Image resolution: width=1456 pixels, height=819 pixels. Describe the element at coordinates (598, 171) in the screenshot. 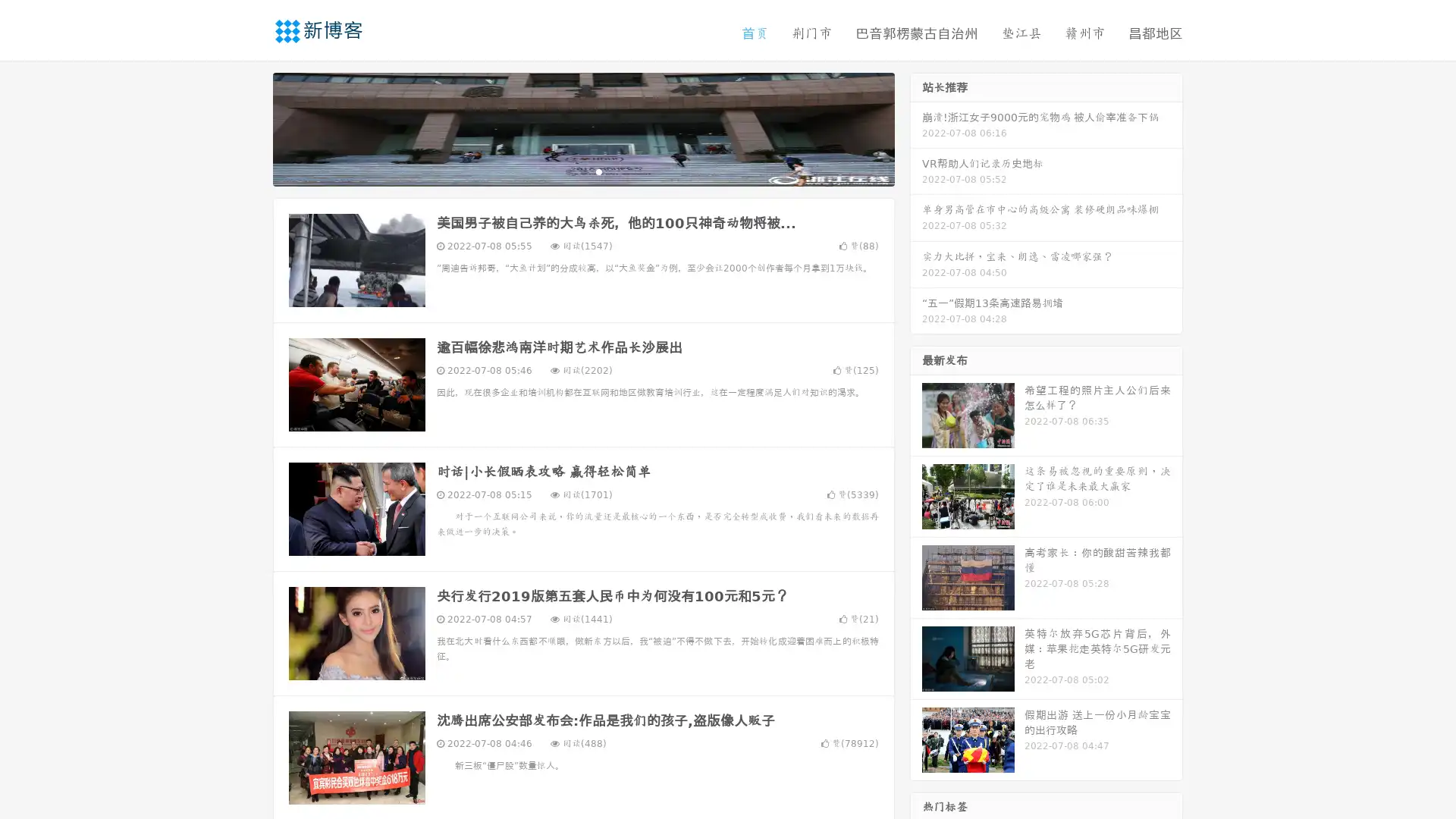

I see `Go to slide 3` at that location.